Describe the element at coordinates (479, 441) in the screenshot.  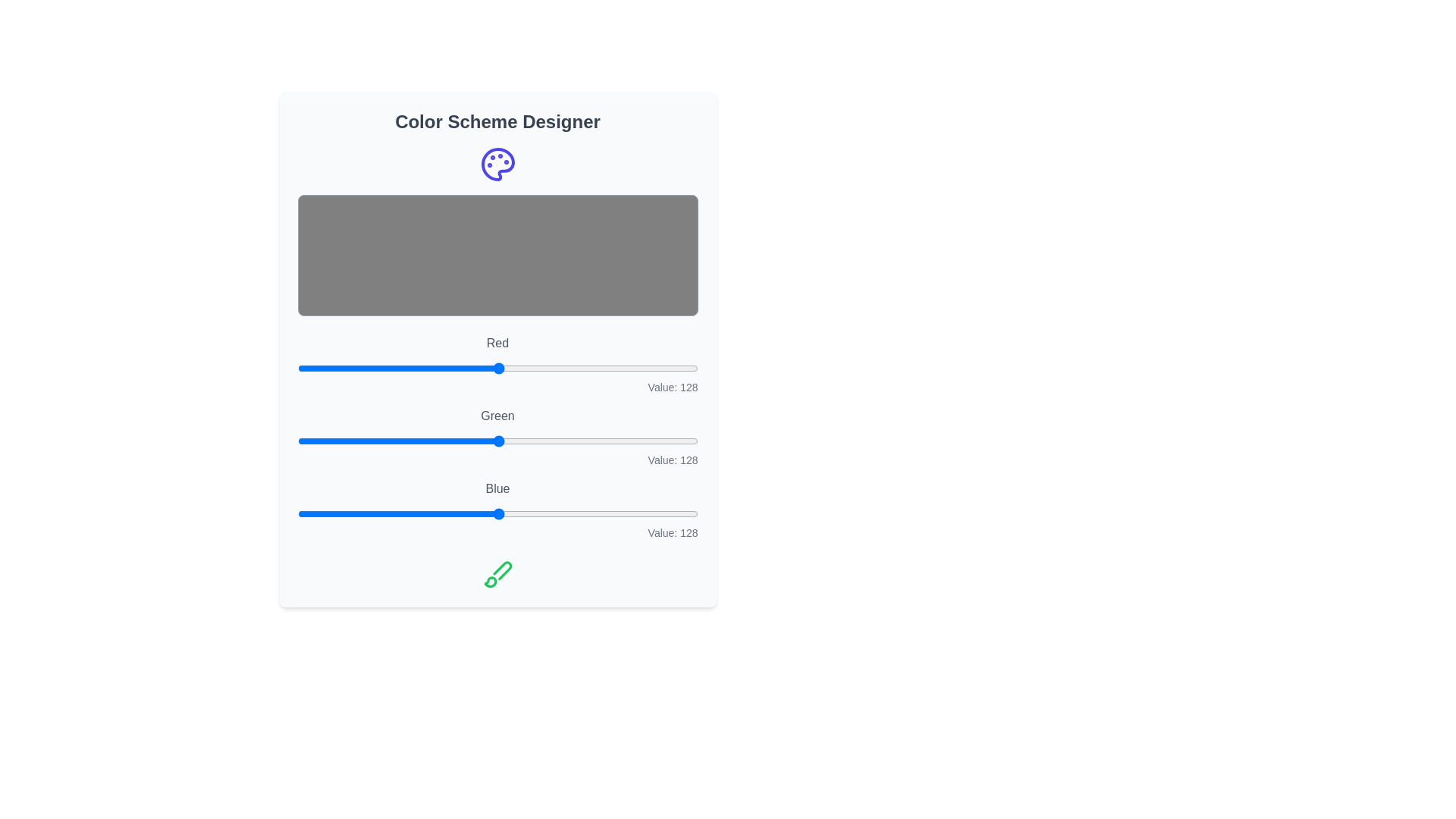
I see `the slider` at that location.